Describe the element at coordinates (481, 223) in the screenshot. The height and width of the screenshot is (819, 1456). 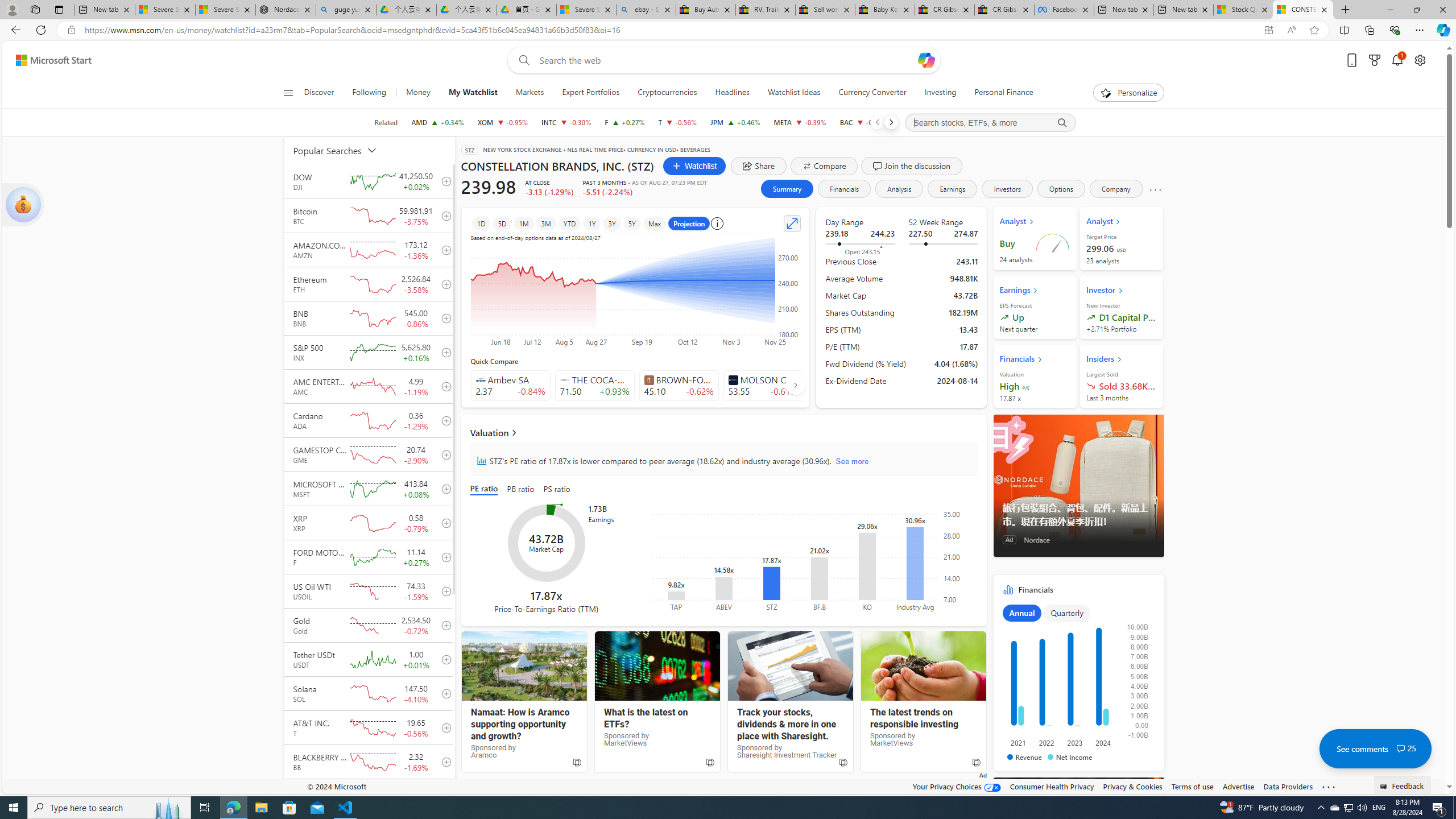
I see `'1D'` at that location.